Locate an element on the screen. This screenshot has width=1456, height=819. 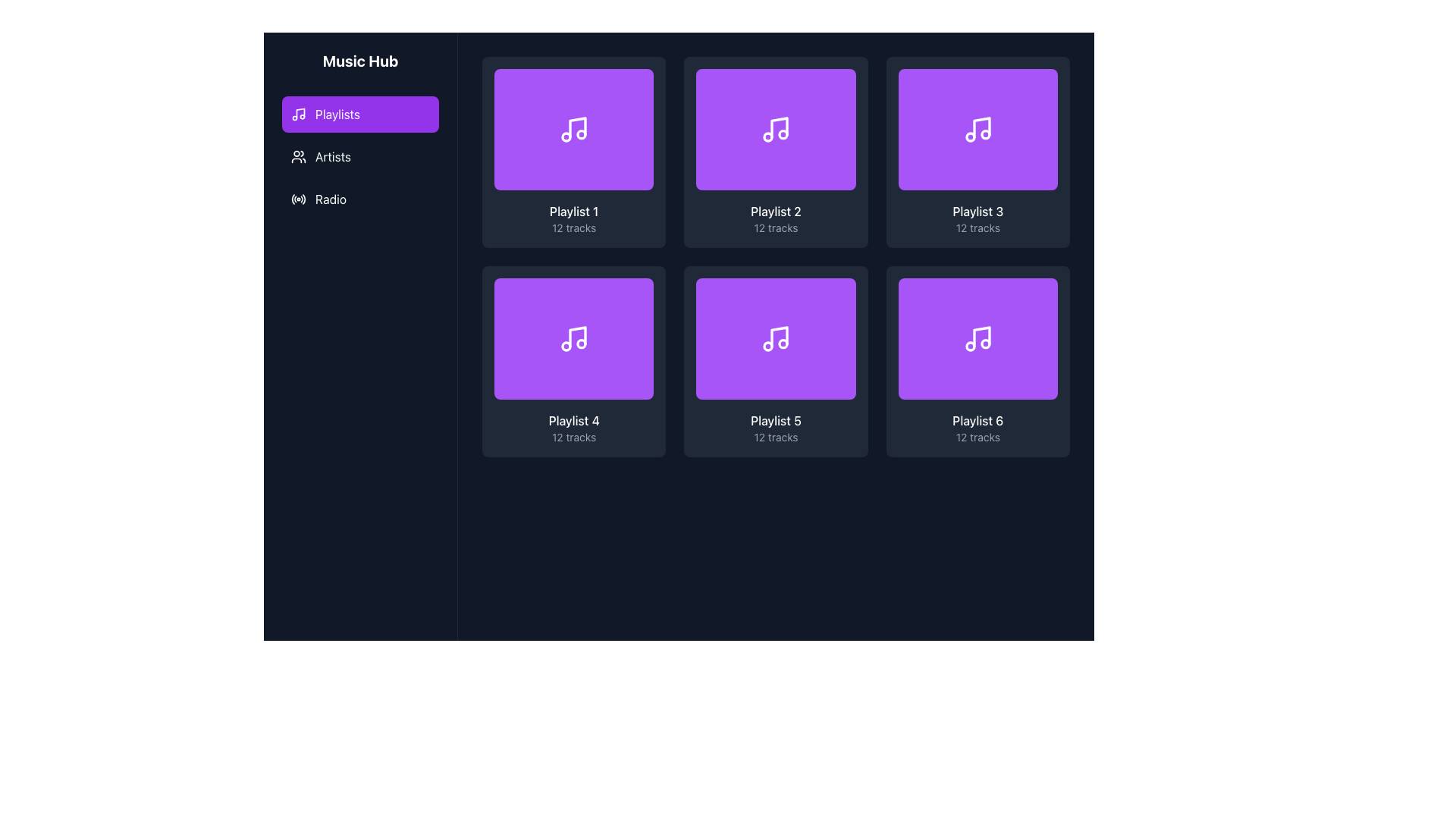
the purple button with a white music note icon, which is the second button in the first row of a grid layout containing six buttons is located at coordinates (776, 128).